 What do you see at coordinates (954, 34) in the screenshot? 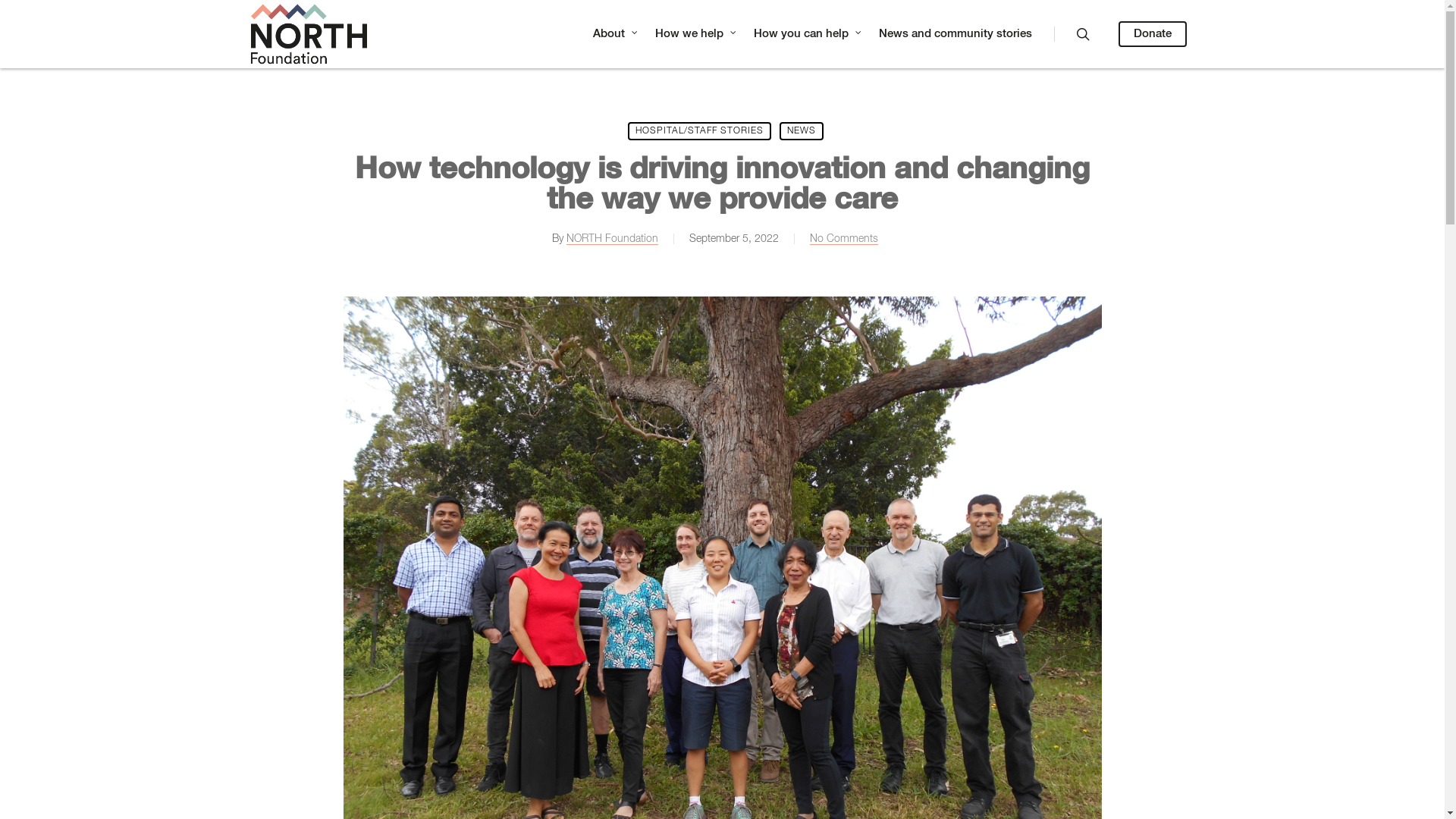
I see `'News and community stories'` at bounding box center [954, 34].